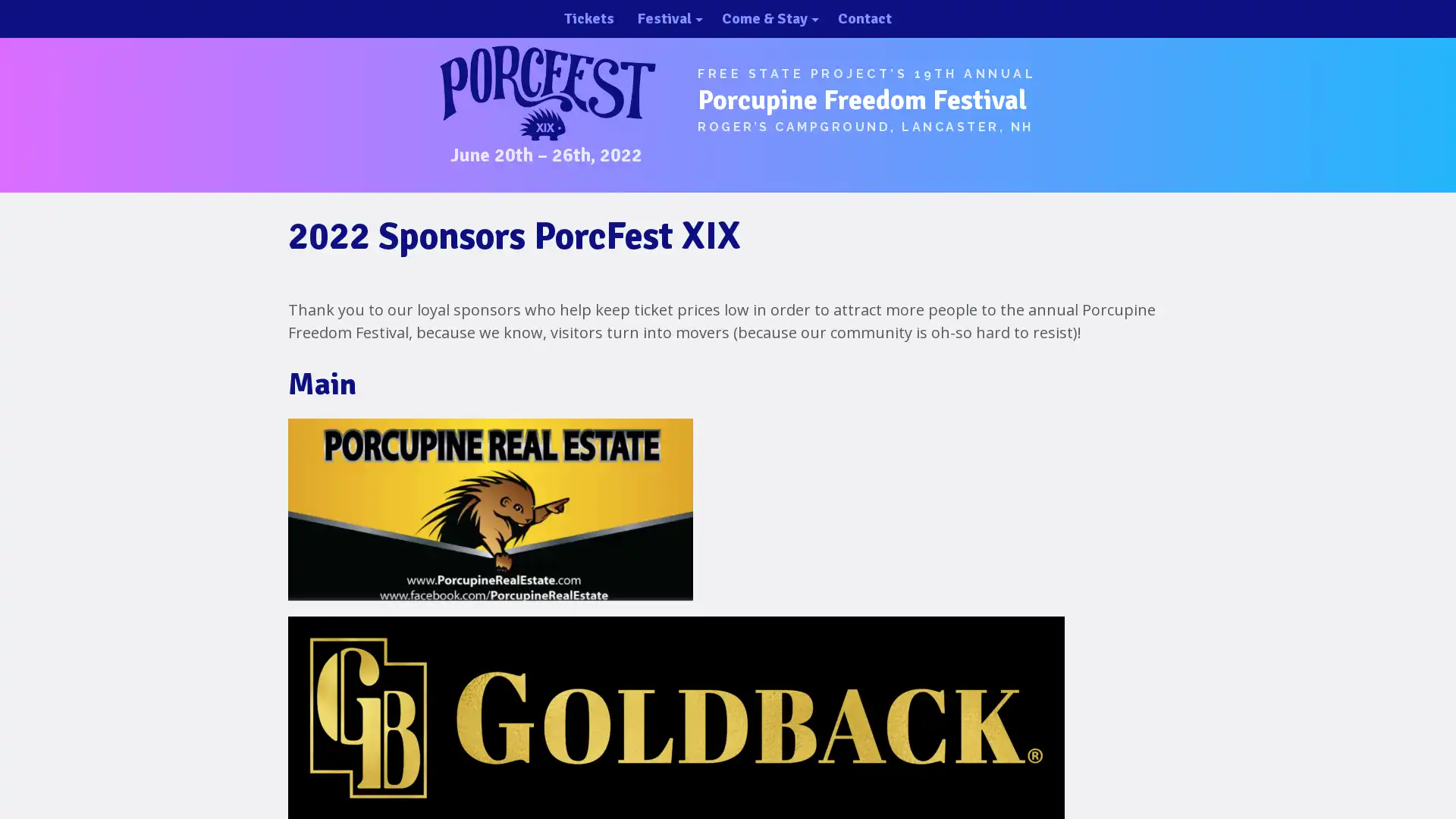 Image resolution: width=1456 pixels, height=819 pixels. I want to click on close, so click(1407, 61).